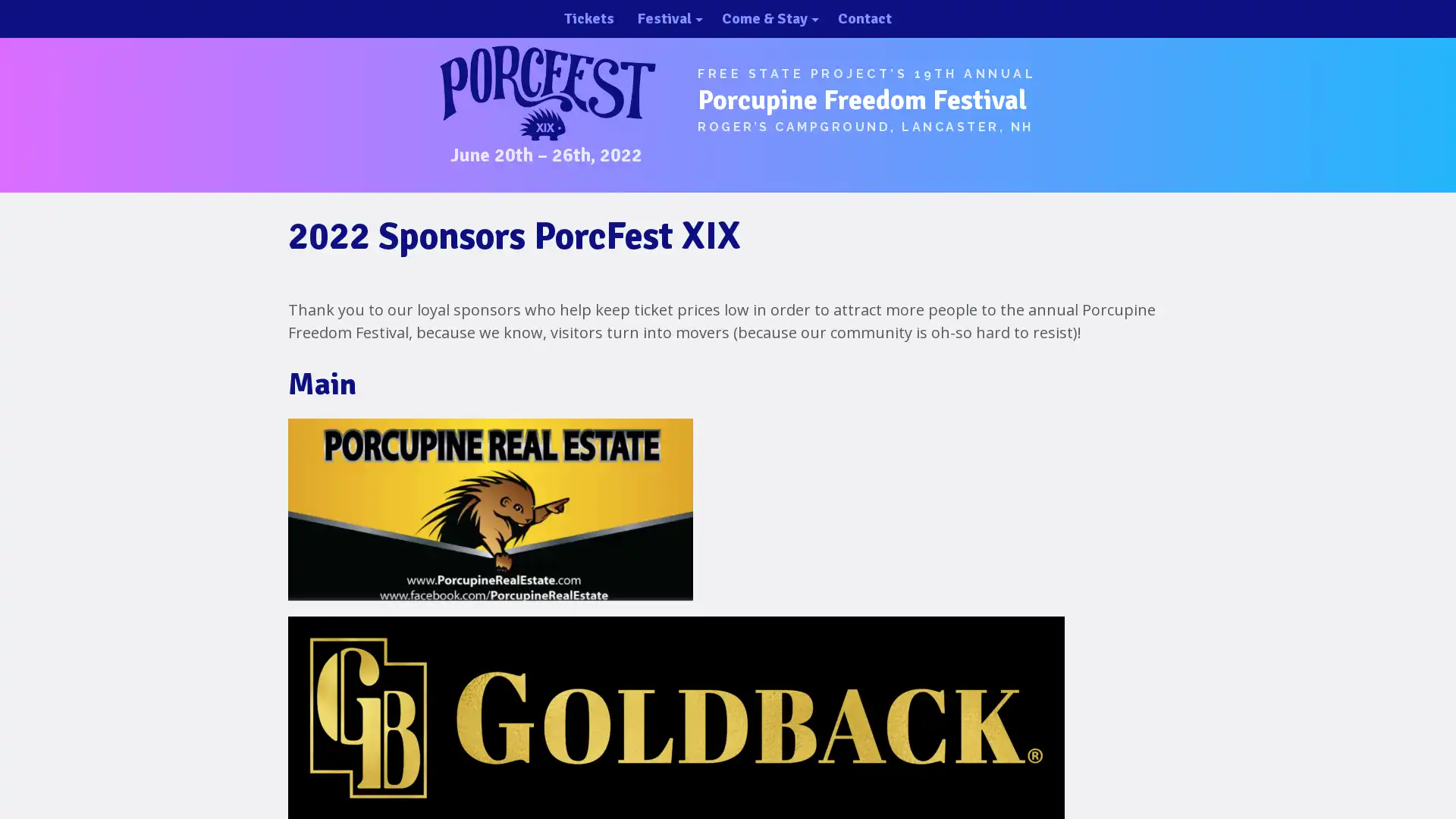 Image resolution: width=1456 pixels, height=819 pixels. I want to click on close, so click(1407, 61).